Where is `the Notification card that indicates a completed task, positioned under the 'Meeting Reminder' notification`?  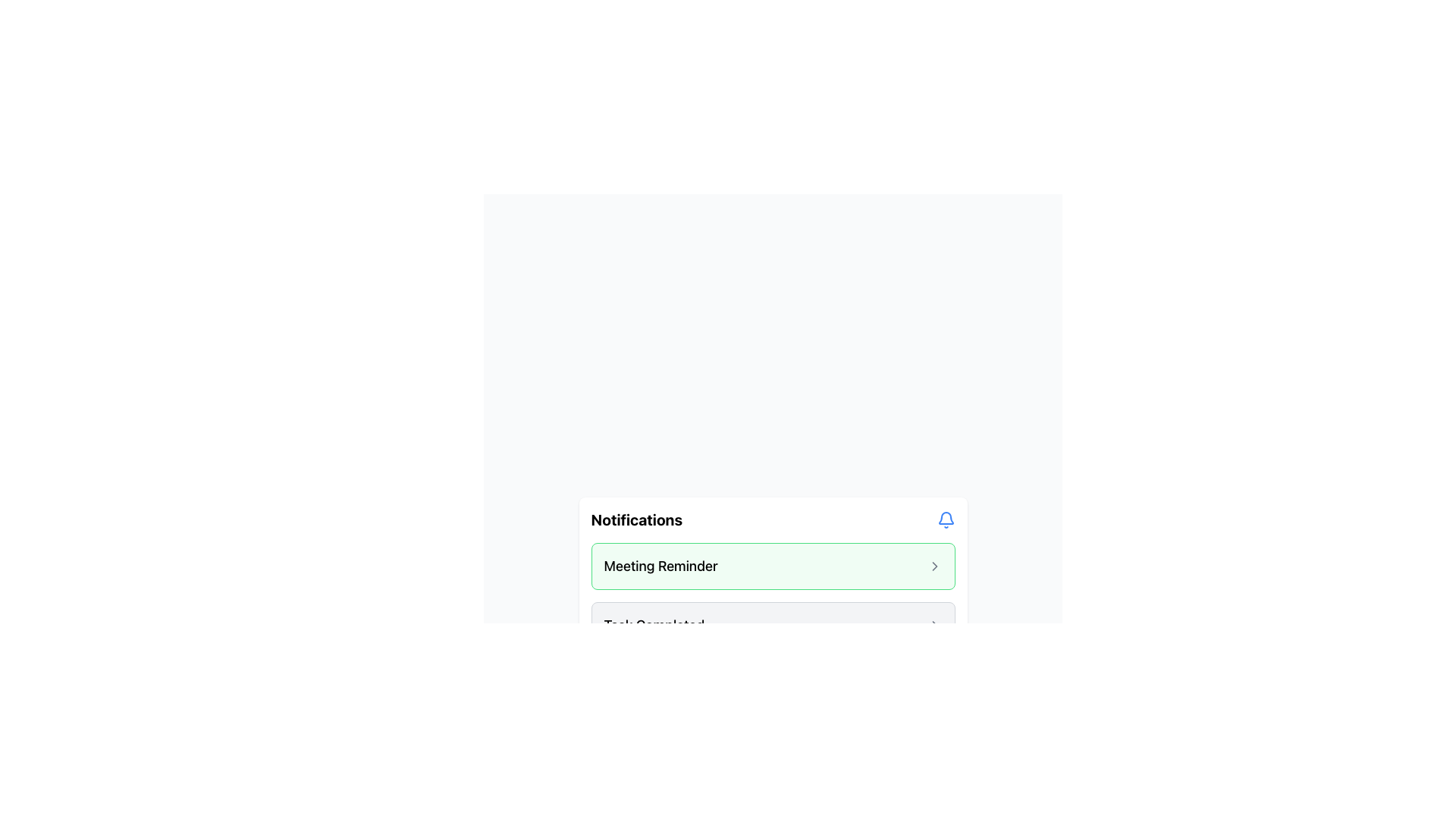 the Notification card that indicates a completed task, positioned under the 'Meeting Reminder' notification is located at coordinates (773, 626).